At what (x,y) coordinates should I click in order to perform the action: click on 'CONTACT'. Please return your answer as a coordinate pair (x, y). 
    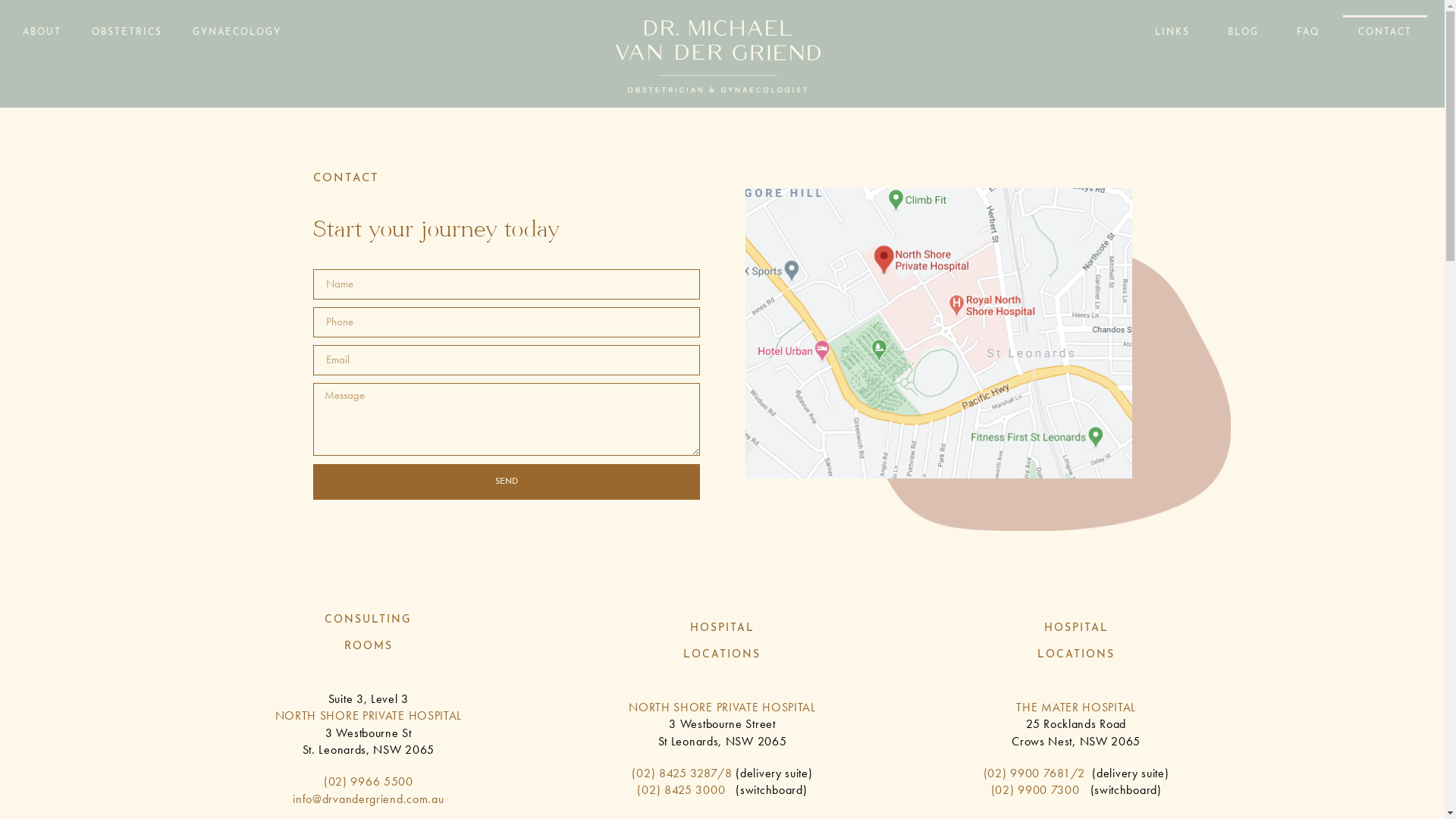
    Looking at the image, I should click on (1385, 32).